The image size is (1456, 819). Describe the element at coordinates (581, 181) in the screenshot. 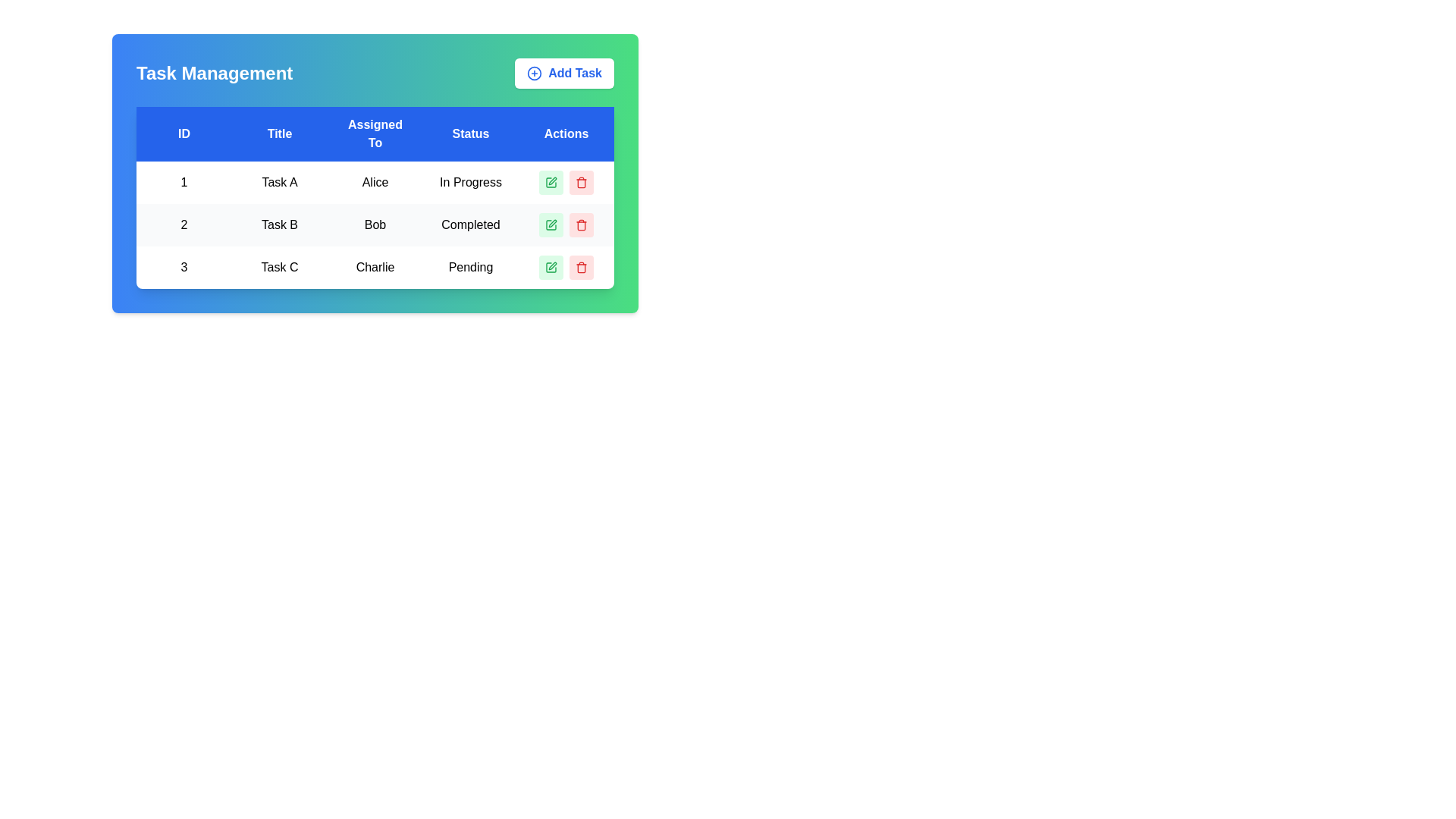

I see `the delete button in the 'Actions' column of Task B` at that location.